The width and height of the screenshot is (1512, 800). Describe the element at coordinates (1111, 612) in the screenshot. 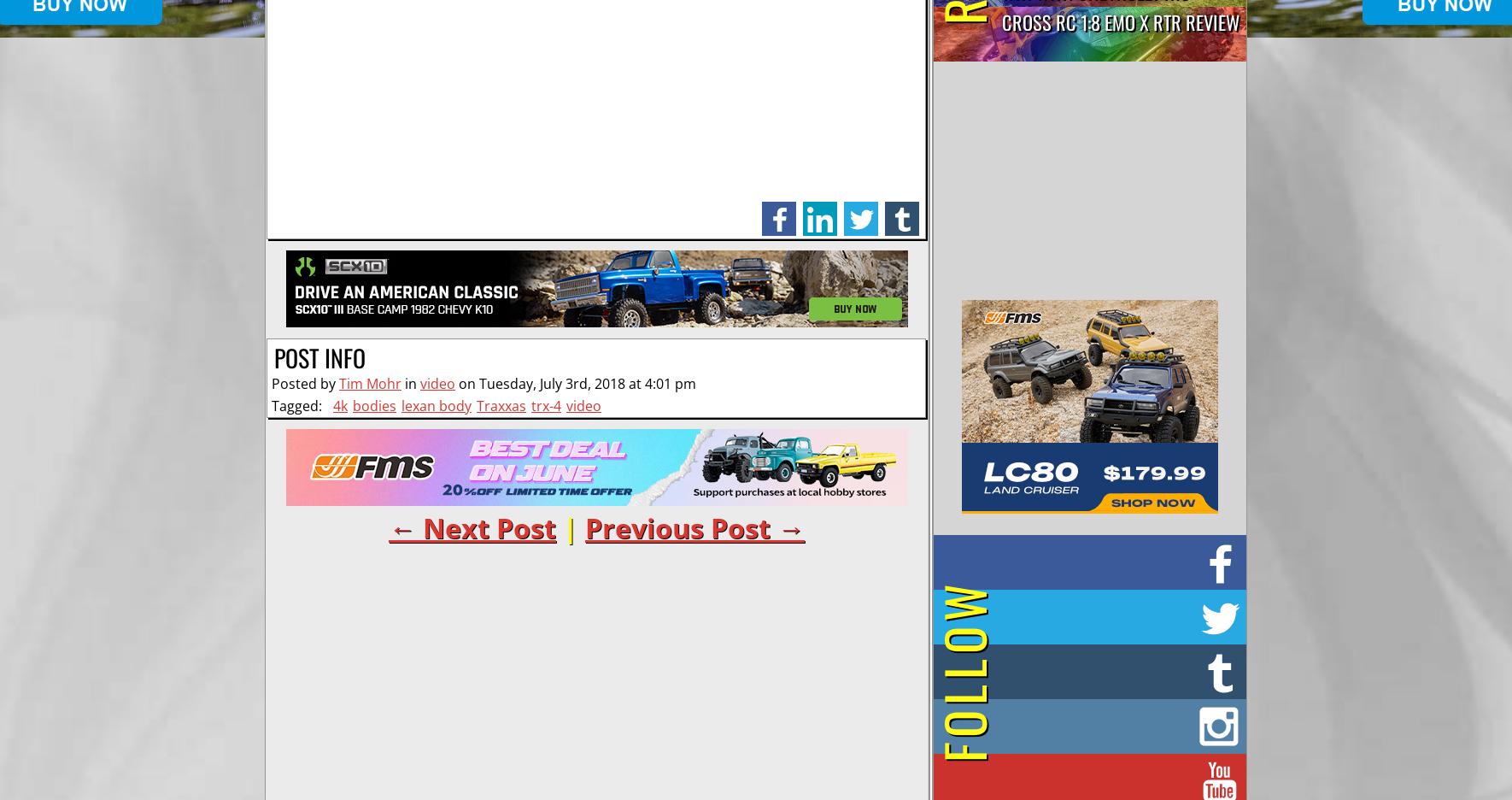

I see `'on Twitter'` at that location.